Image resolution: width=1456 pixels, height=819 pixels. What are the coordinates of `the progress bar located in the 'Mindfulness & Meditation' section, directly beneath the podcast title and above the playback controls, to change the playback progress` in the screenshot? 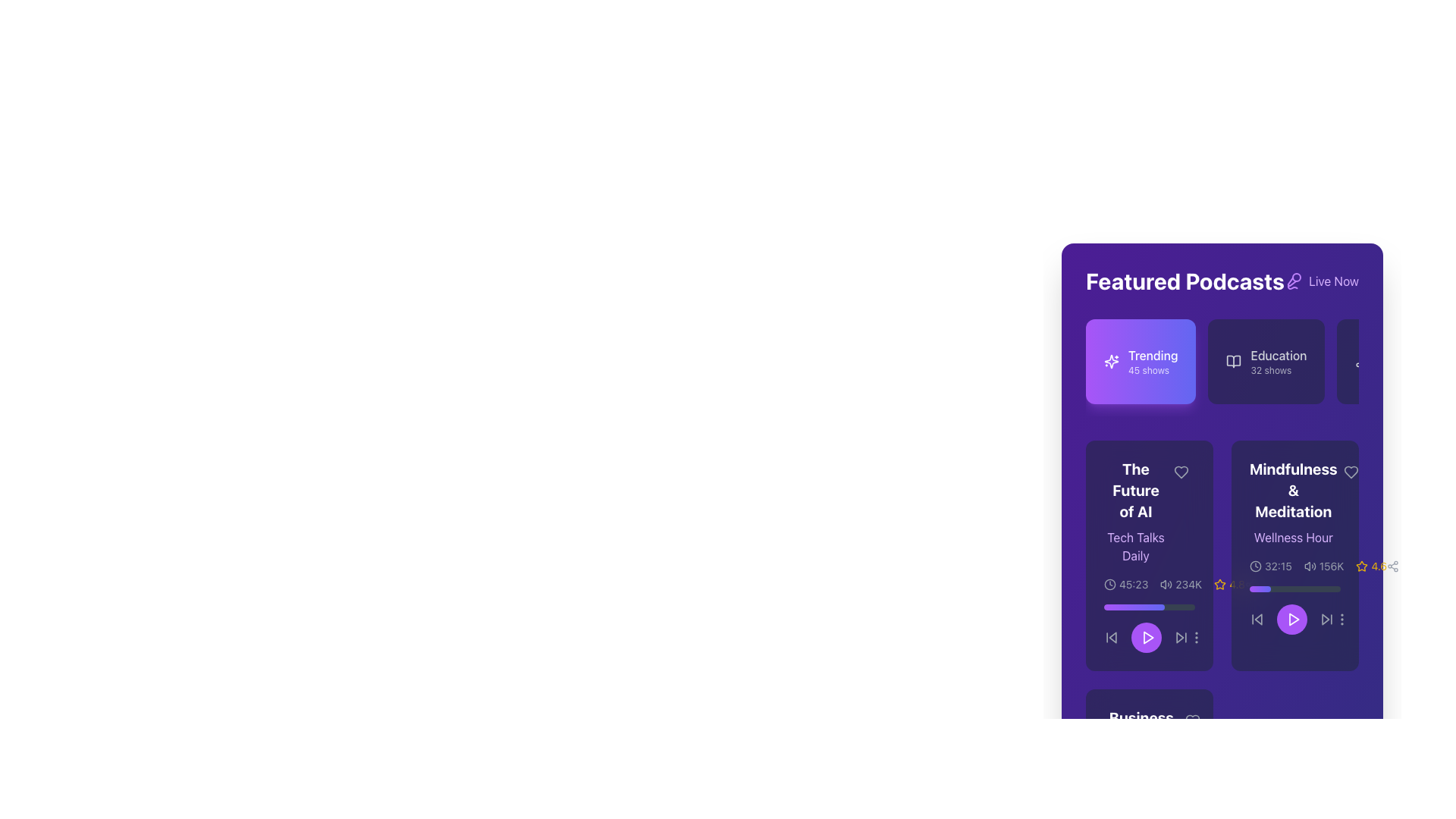 It's located at (1294, 588).